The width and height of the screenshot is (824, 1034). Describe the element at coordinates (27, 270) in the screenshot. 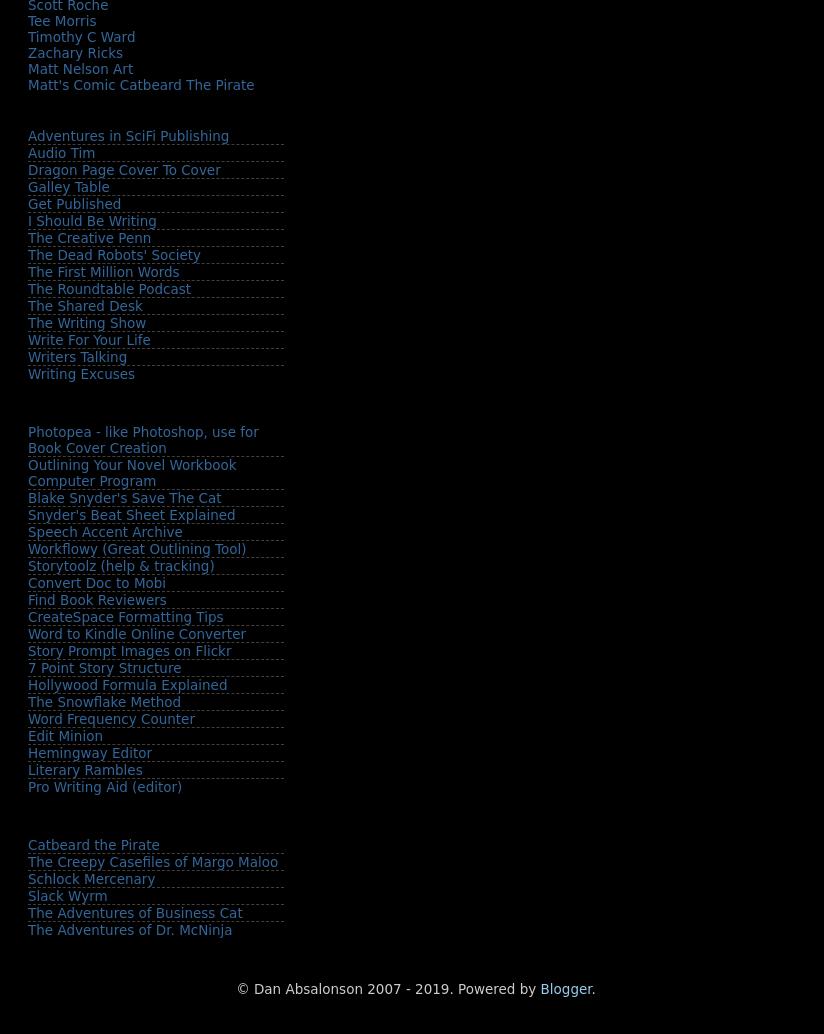

I see `'The First Million Words'` at that location.